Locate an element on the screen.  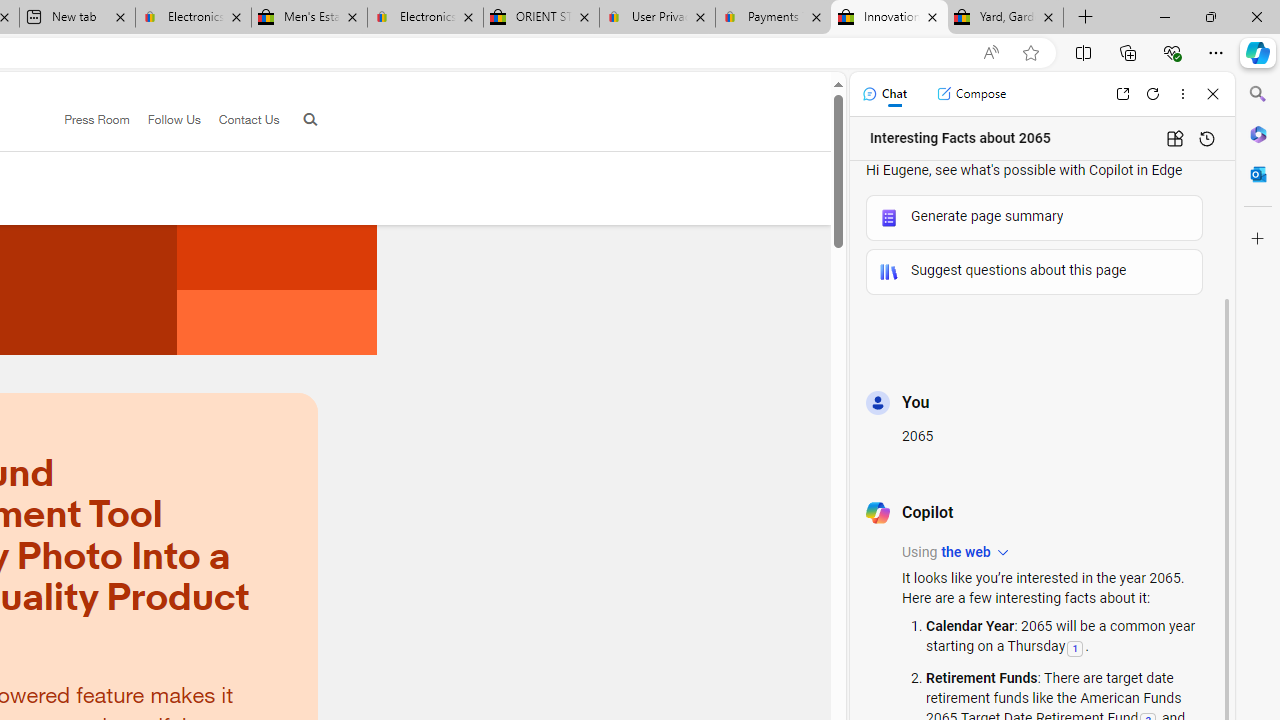
'Chat' is located at coordinates (883, 93).